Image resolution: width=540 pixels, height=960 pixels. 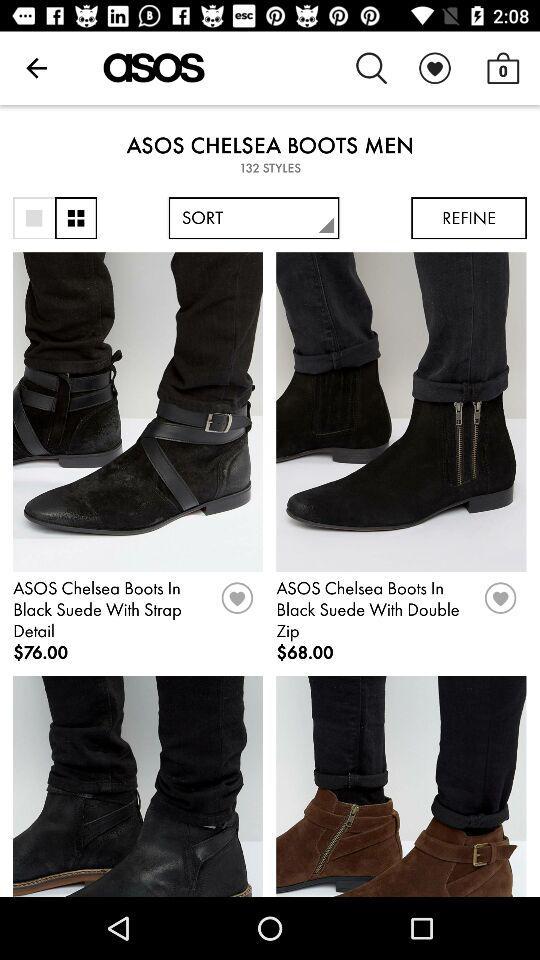 What do you see at coordinates (502, 68) in the screenshot?
I see `the icon above the asos chelsea boots item` at bounding box center [502, 68].